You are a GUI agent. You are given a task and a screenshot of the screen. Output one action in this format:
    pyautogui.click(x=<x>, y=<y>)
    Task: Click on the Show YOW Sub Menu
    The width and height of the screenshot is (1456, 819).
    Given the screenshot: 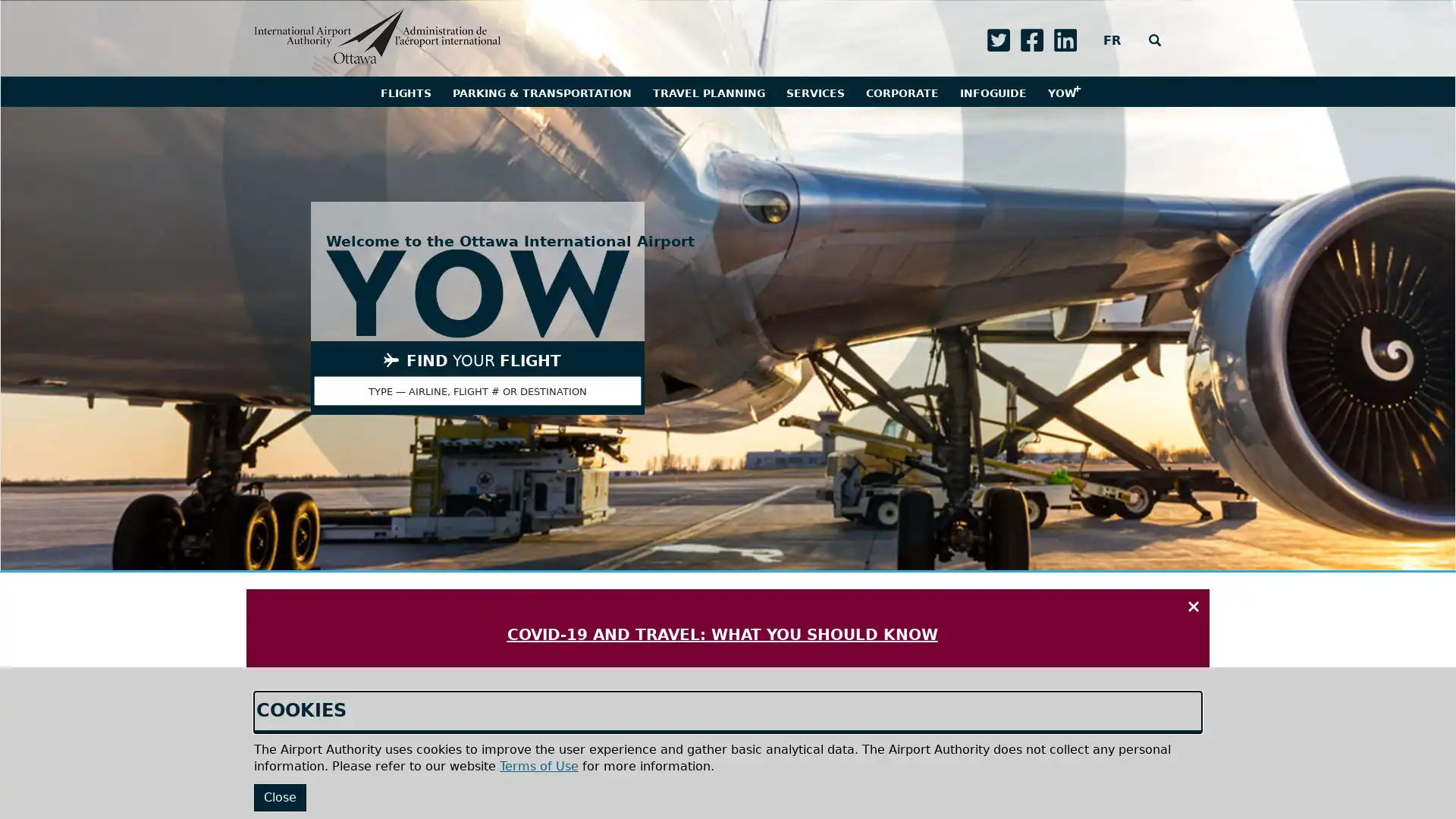 What is the action you would take?
    pyautogui.click(x=1060, y=91)
    